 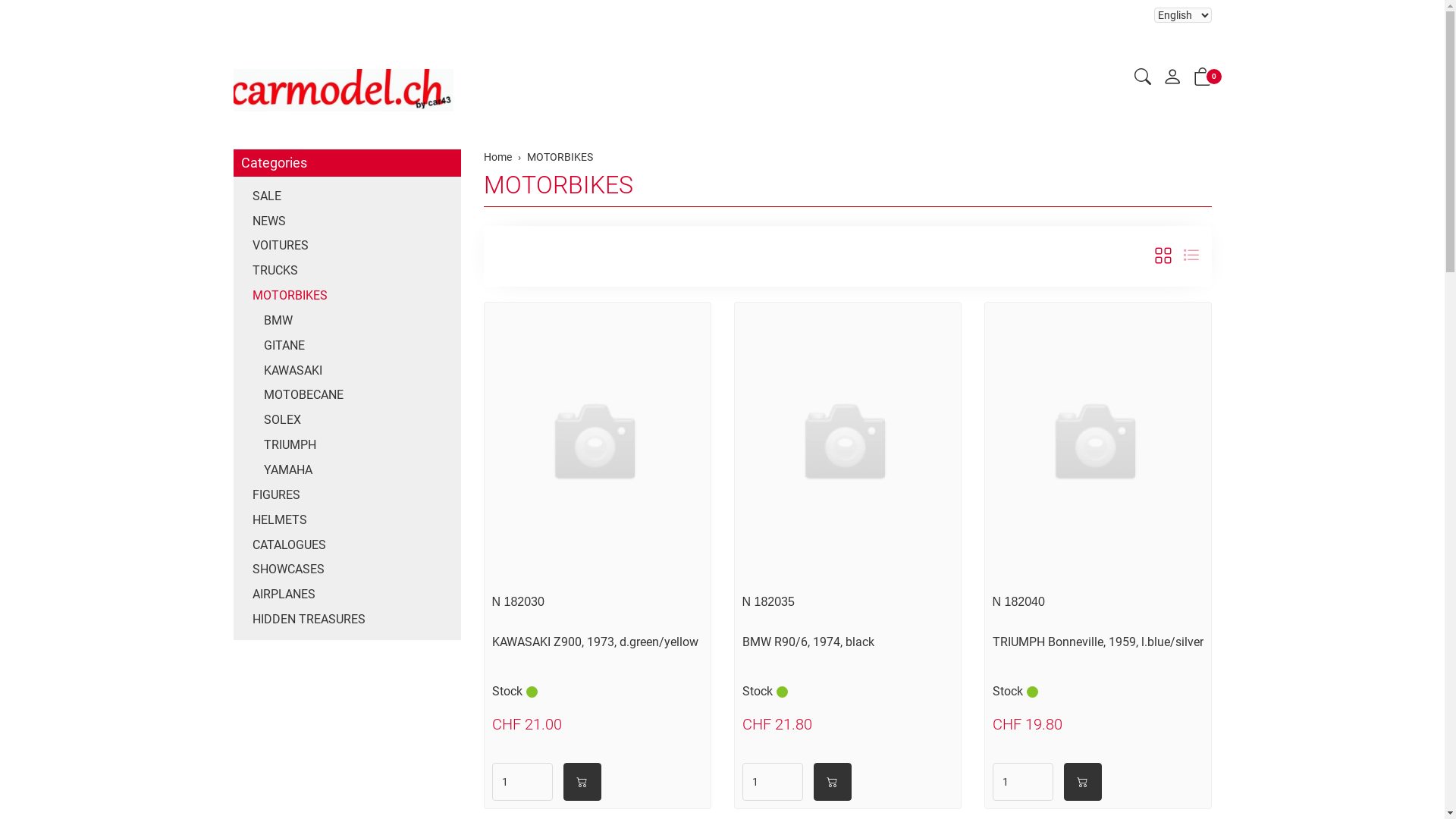 What do you see at coordinates (1018, 601) in the screenshot?
I see `'N 182040'` at bounding box center [1018, 601].